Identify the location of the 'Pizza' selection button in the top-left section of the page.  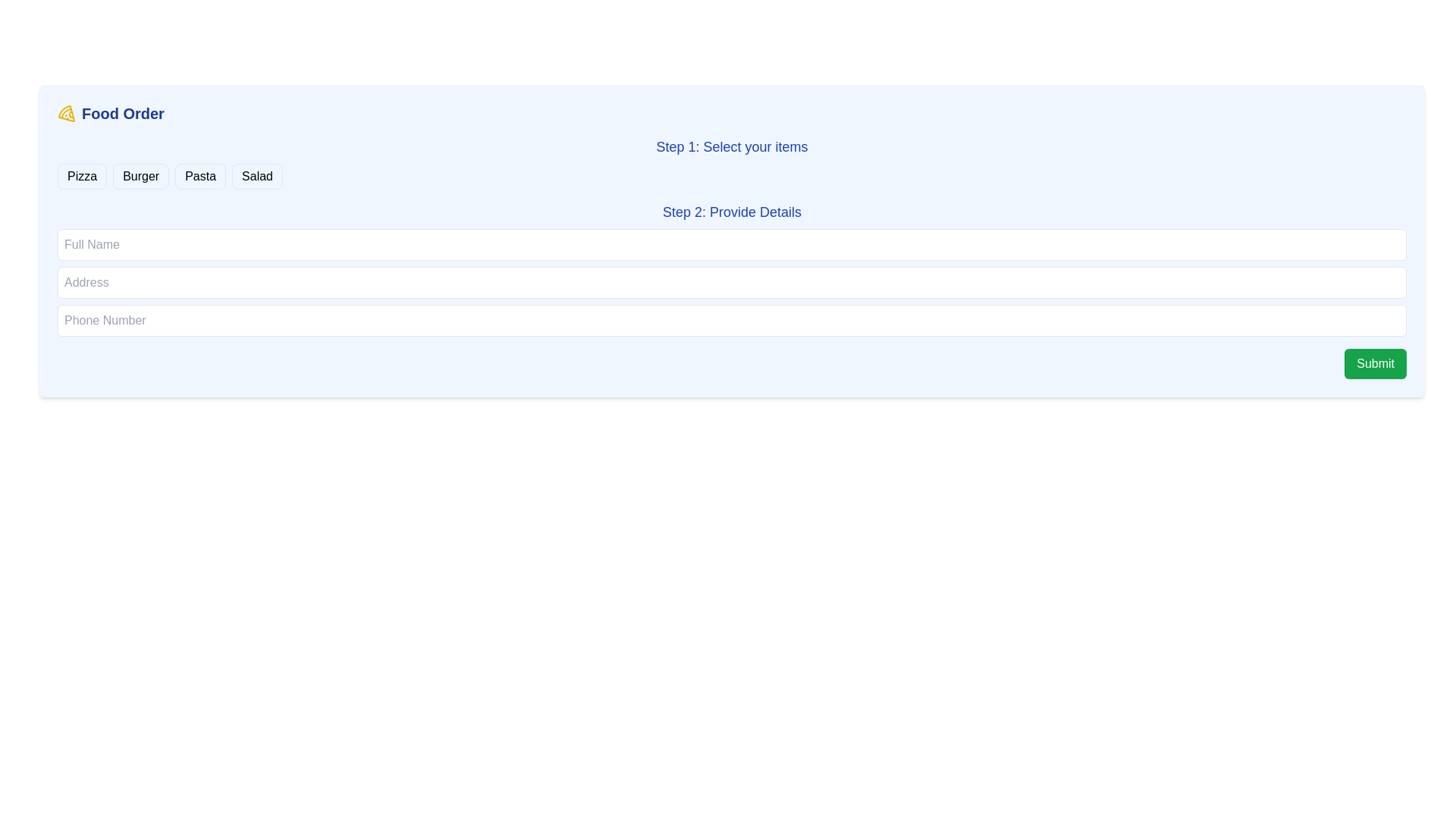
(81, 175).